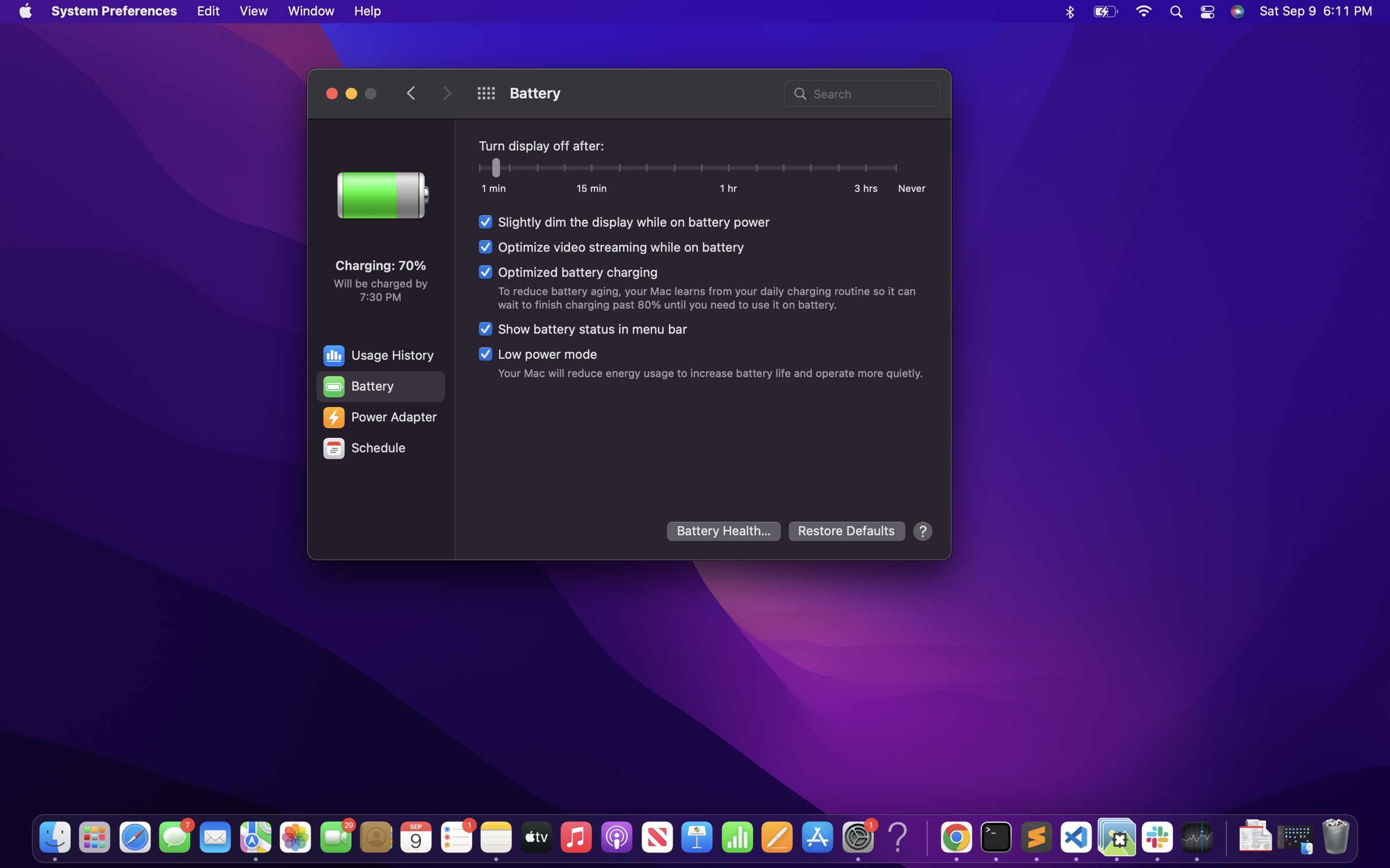 This screenshot has width=1390, height=868. Describe the element at coordinates (896, 165) in the screenshot. I see `the "never turn off display" setting` at that location.